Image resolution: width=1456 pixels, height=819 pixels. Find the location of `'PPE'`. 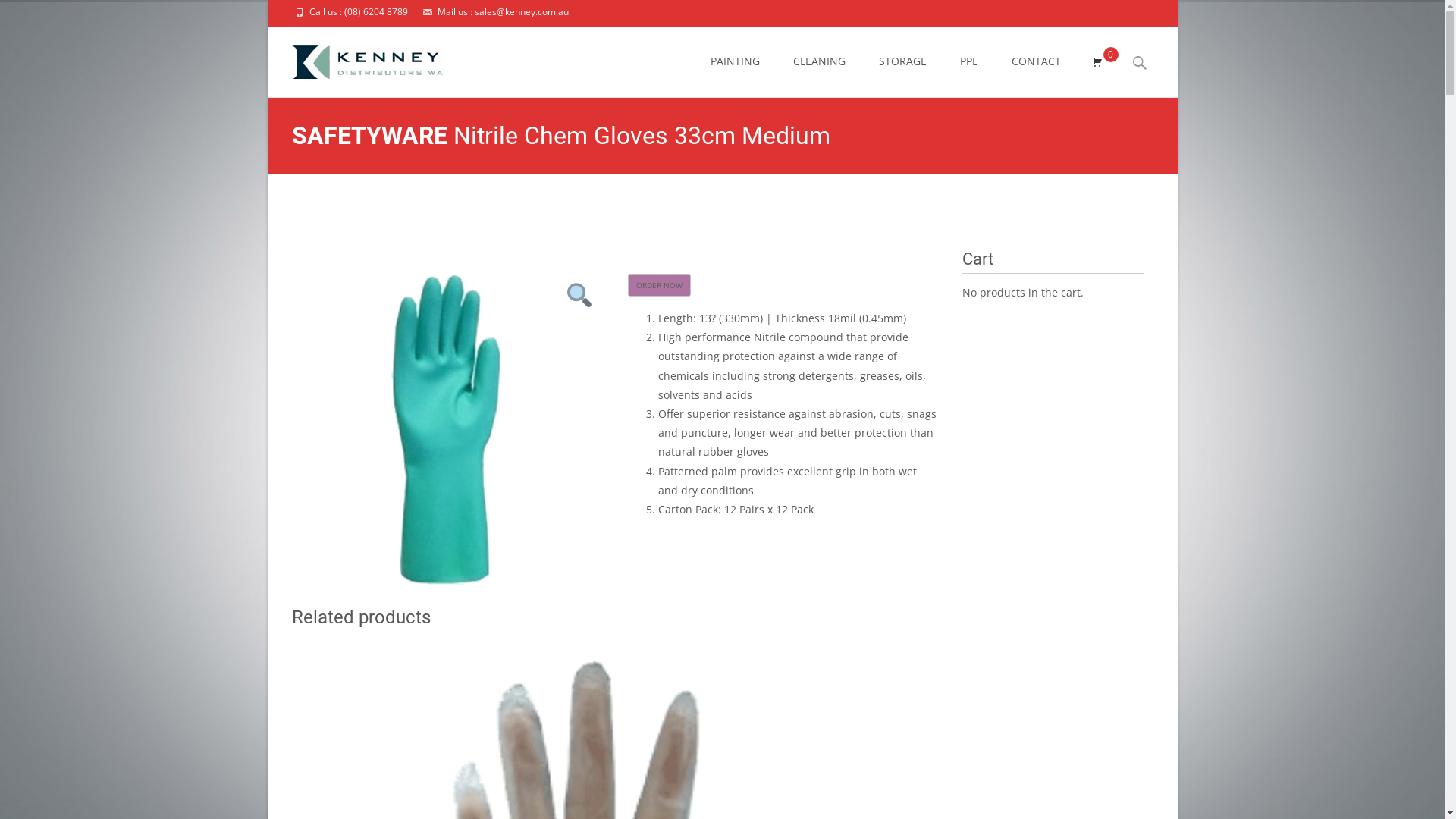

'PPE' is located at coordinates (830, 211).